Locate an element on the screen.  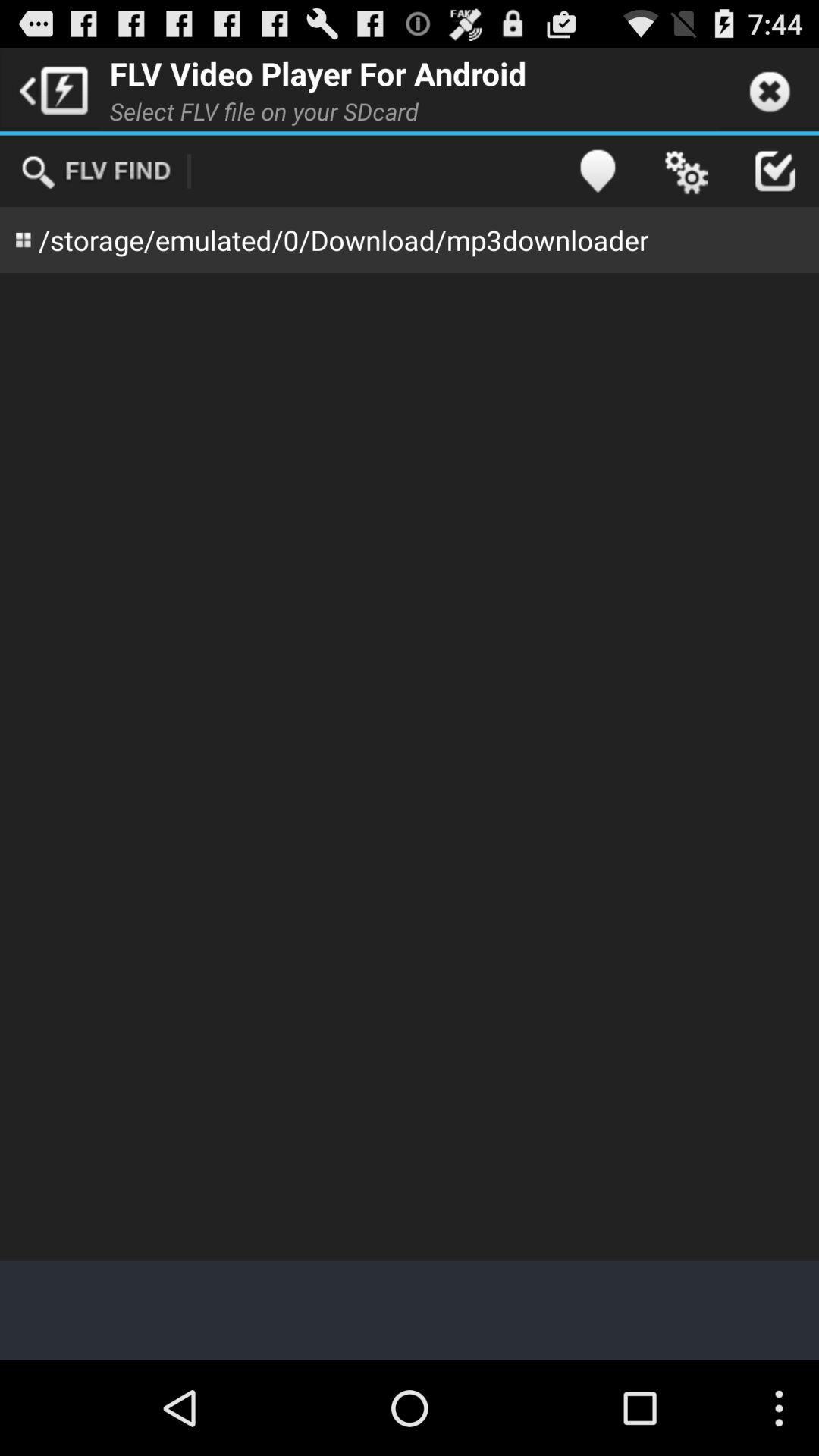
the item next to the flv video player is located at coordinates (49, 88).